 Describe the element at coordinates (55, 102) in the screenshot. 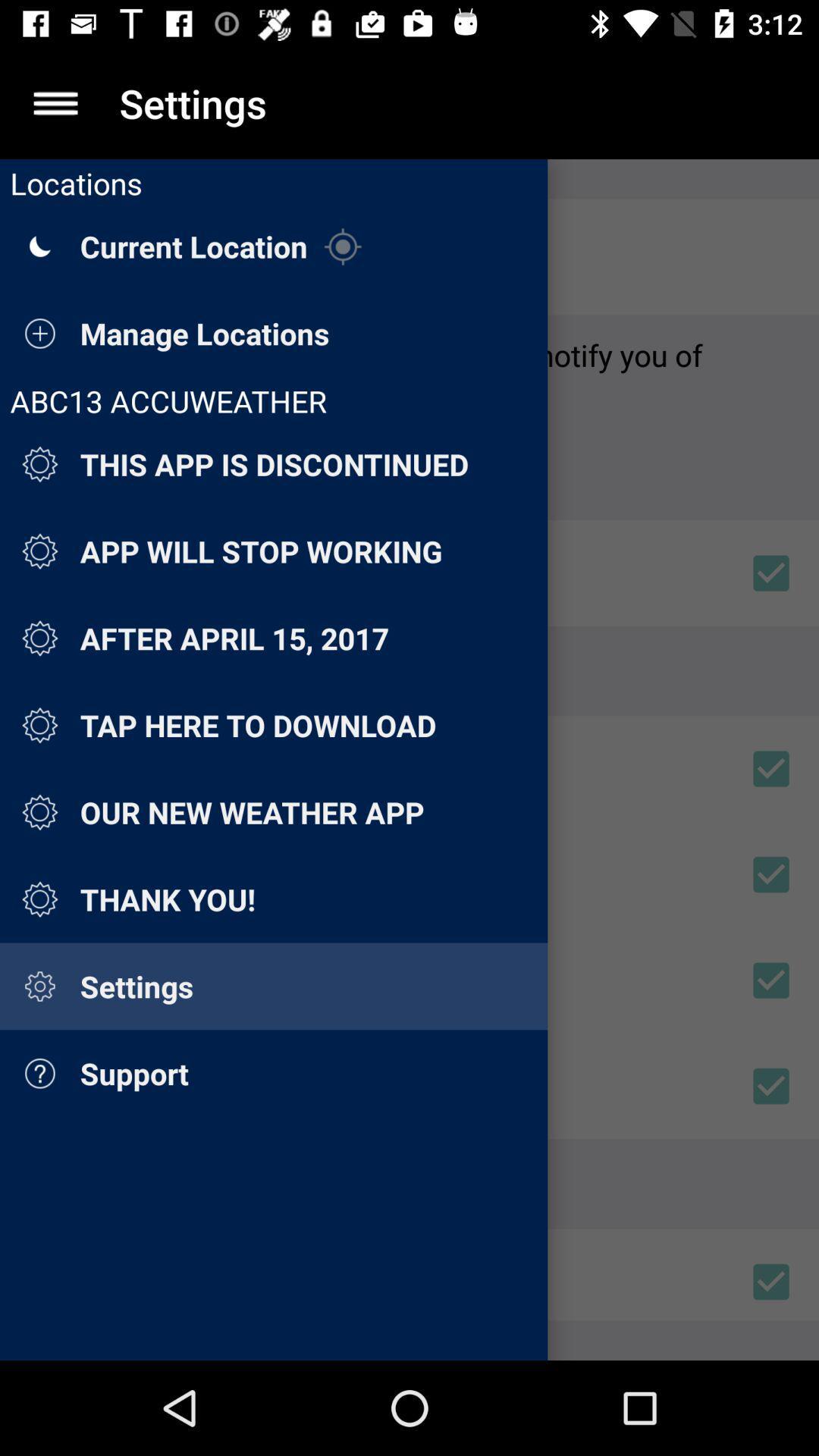

I see `the menu icon` at that location.